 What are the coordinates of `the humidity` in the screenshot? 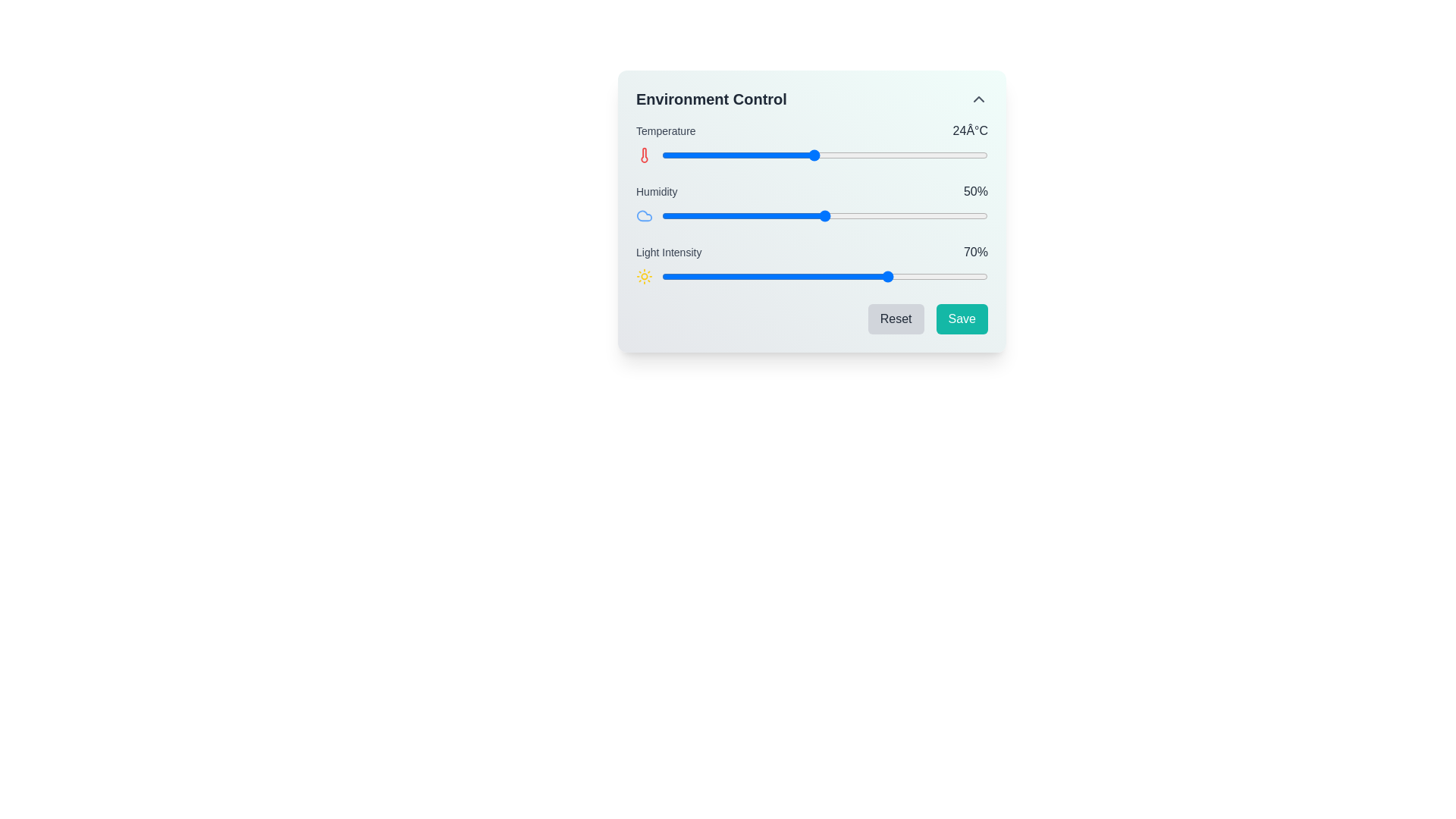 It's located at (786, 216).